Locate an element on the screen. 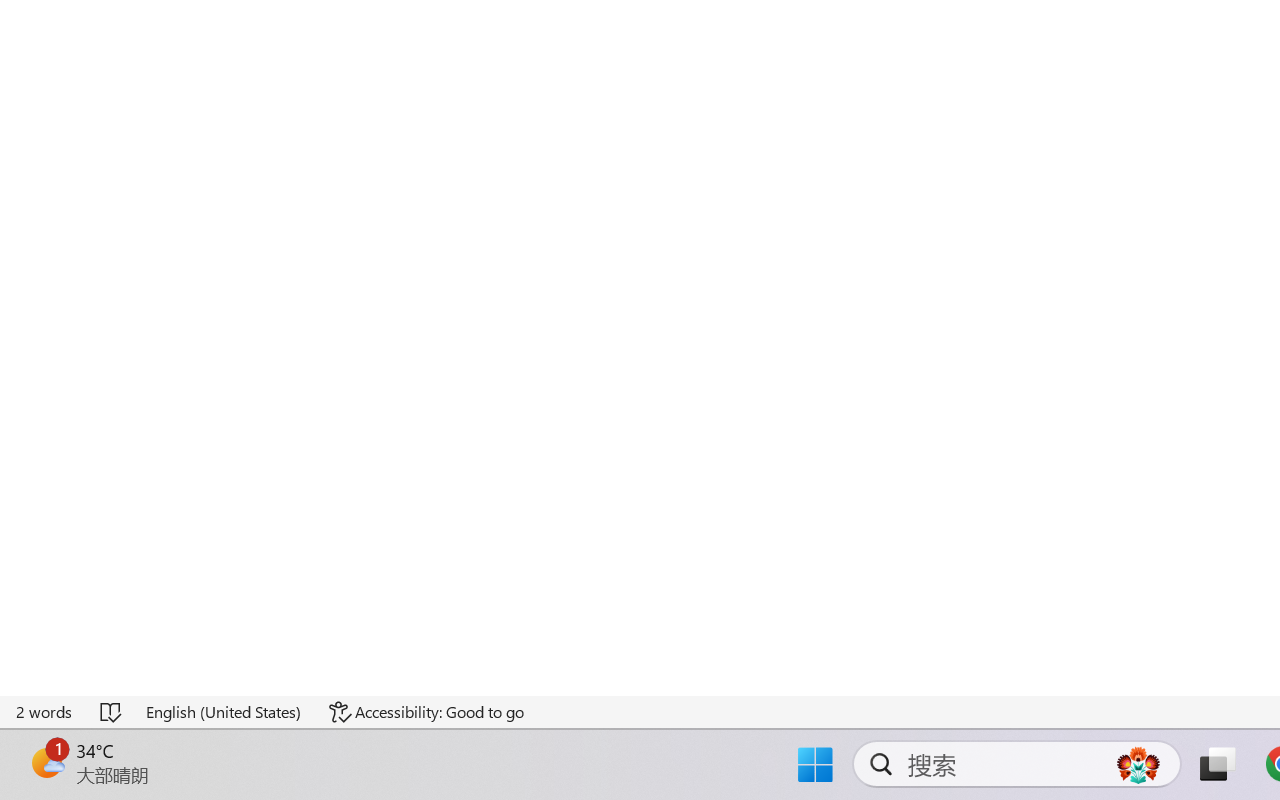 This screenshot has height=800, width=1280. 'Spelling and Grammar Check No Errors' is located at coordinates (111, 711).